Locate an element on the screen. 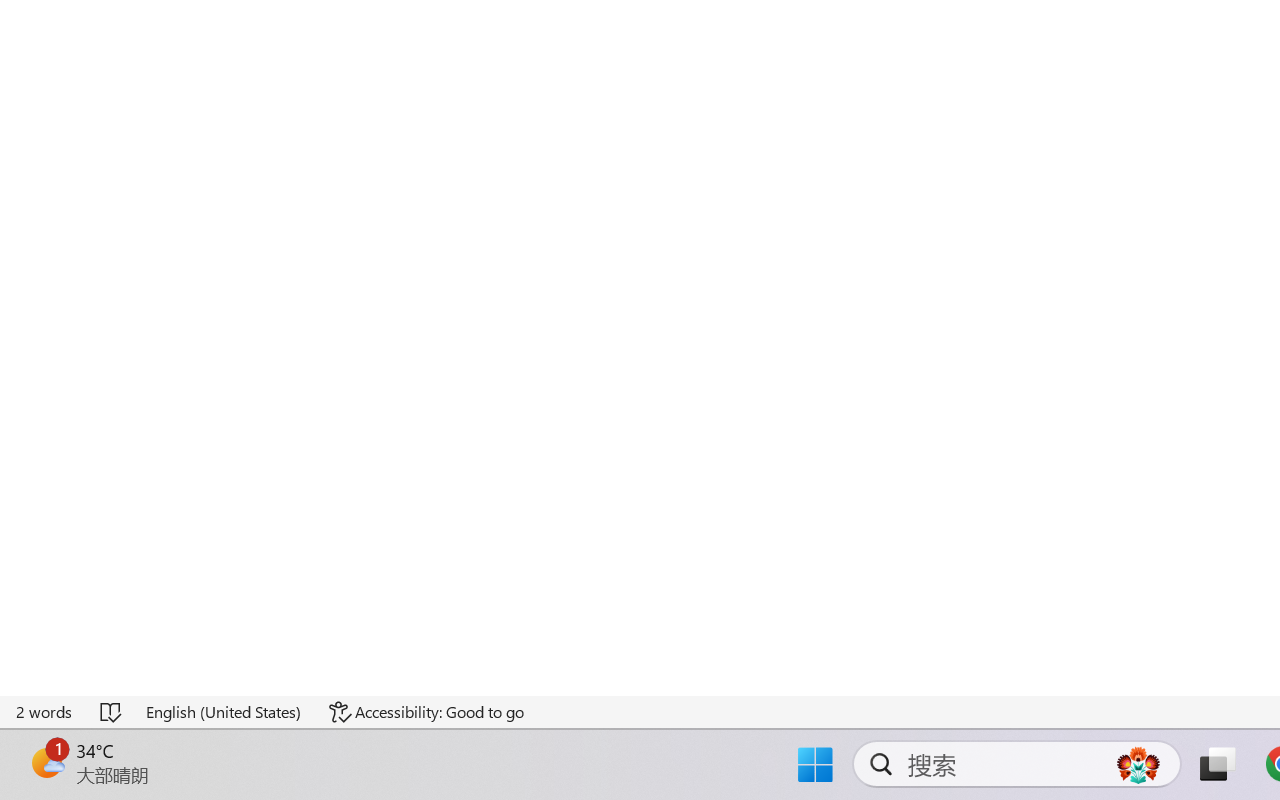 This screenshot has height=800, width=1280. 'Spelling and Grammar Check No Errors' is located at coordinates (111, 711).